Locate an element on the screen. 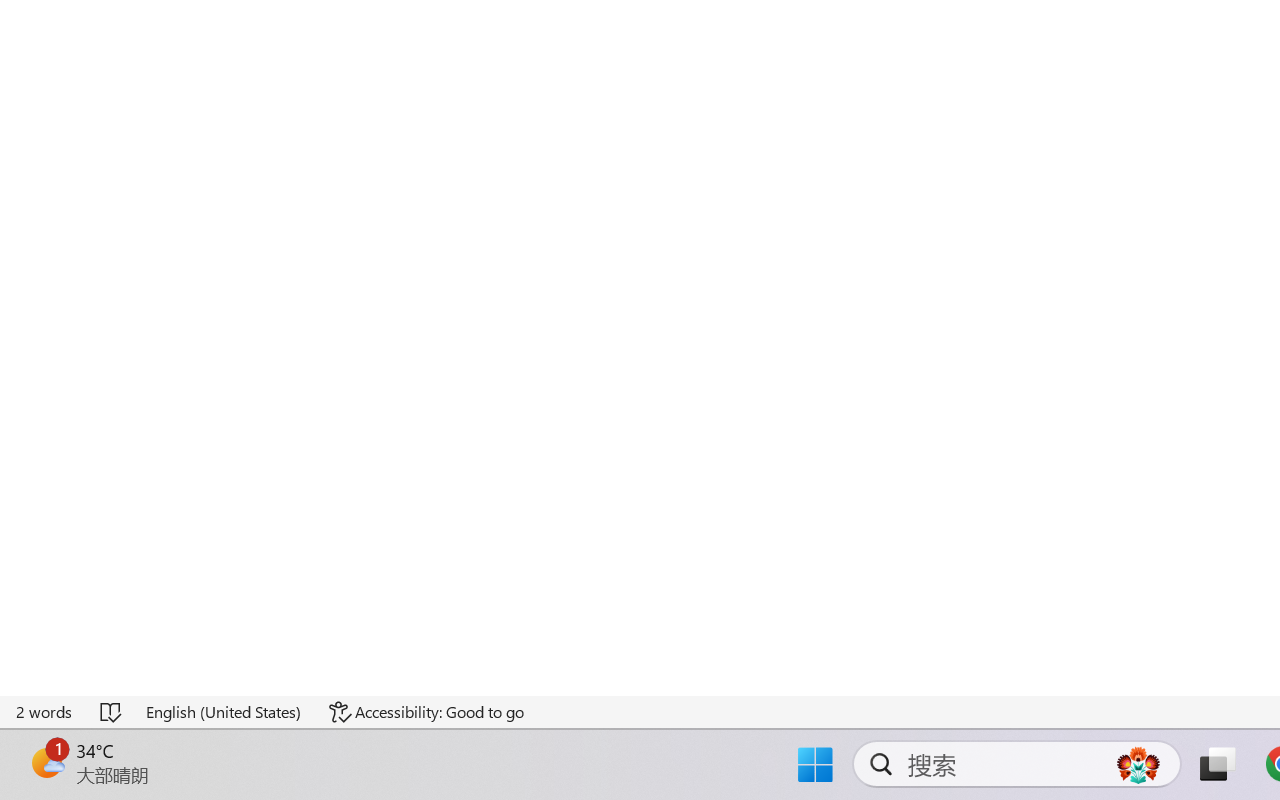 This screenshot has height=800, width=1280. 'Spelling and Grammar Check No Errors' is located at coordinates (111, 711).